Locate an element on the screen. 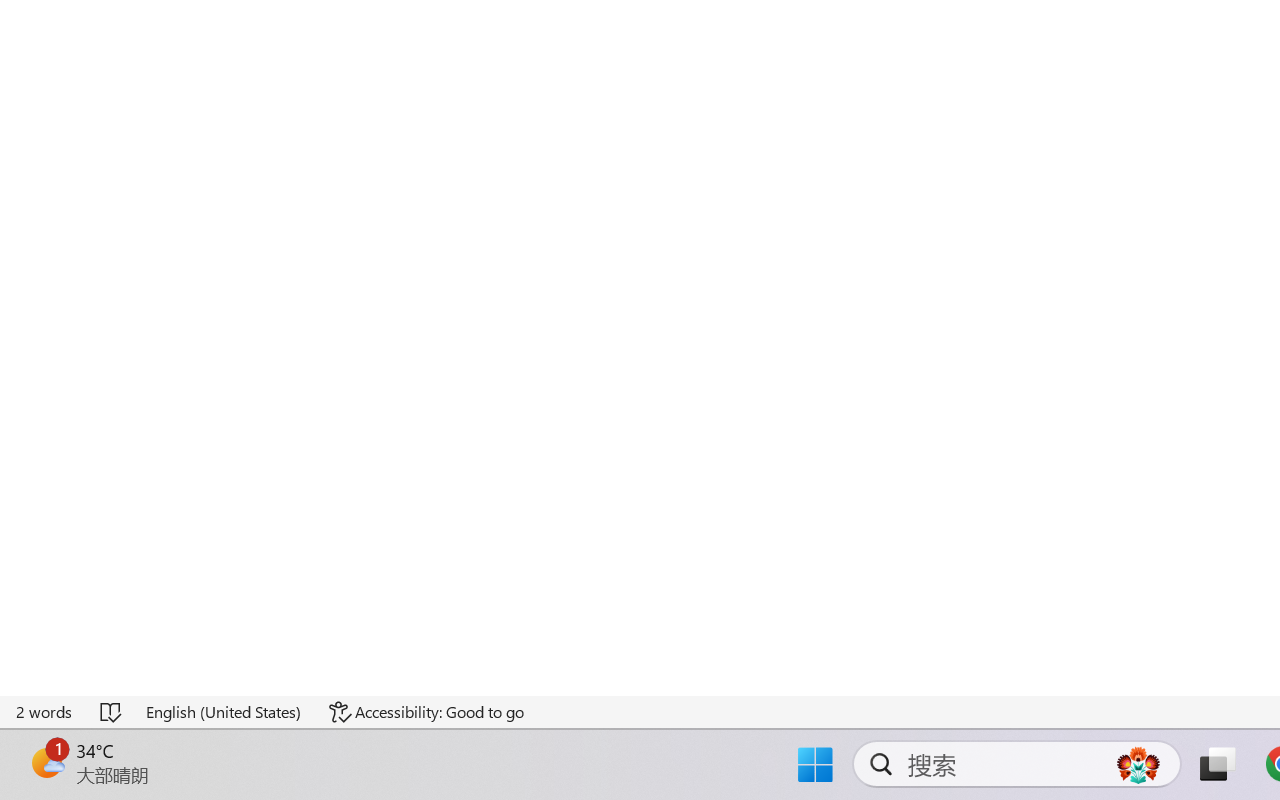 This screenshot has height=800, width=1280. 'Spelling and Grammar Check No Errors' is located at coordinates (111, 711).